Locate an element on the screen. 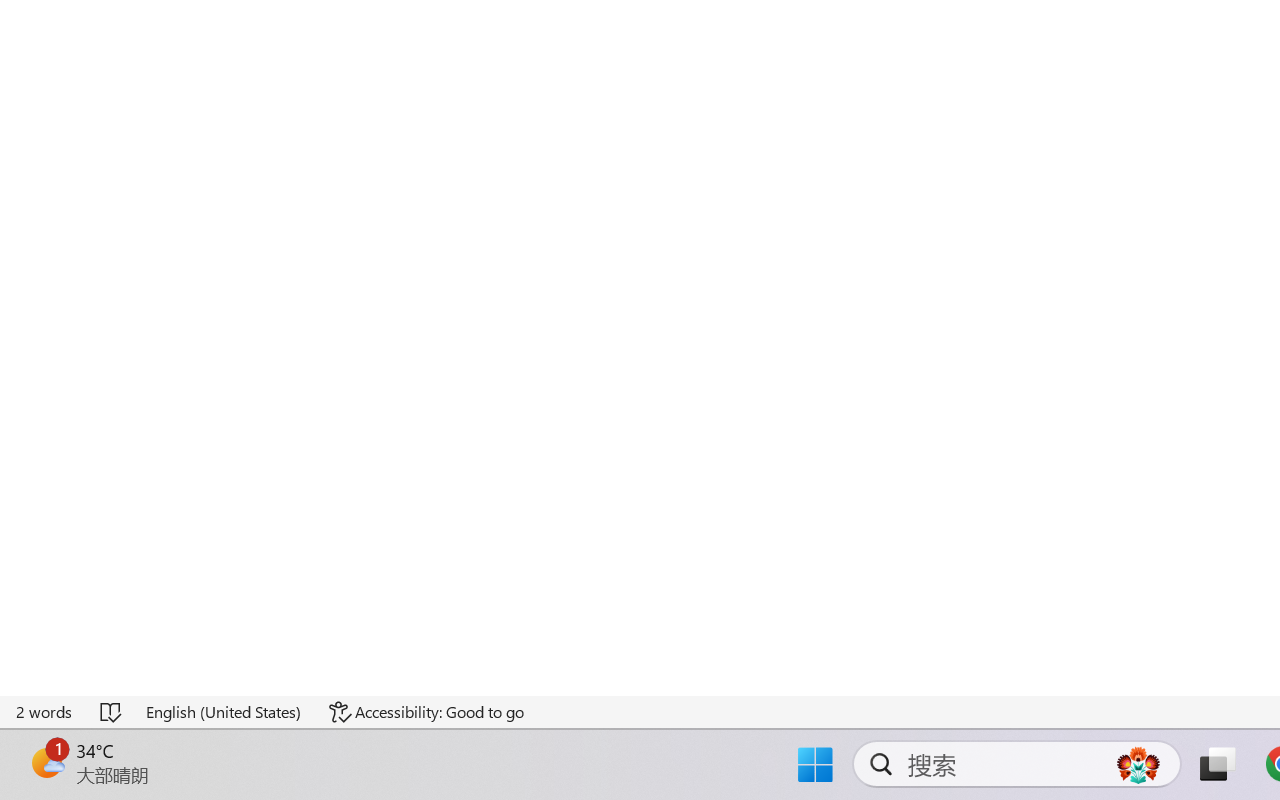 This screenshot has height=800, width=1280. 'Spelling and Grammar Check No Errors' is located at coordinates (111, 711).